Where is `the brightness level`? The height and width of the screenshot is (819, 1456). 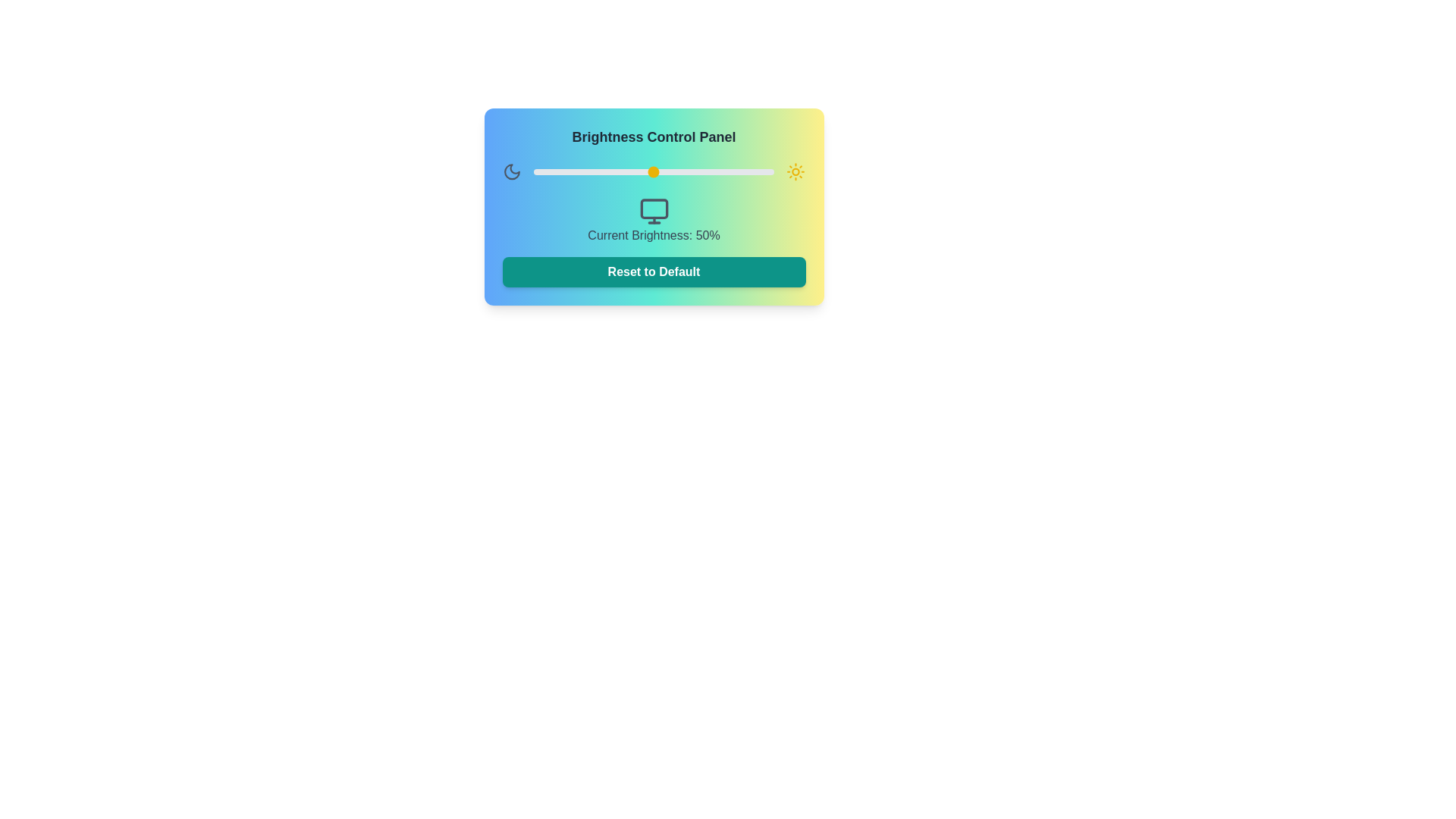 the brightness level is located at coordinates (588, 171).